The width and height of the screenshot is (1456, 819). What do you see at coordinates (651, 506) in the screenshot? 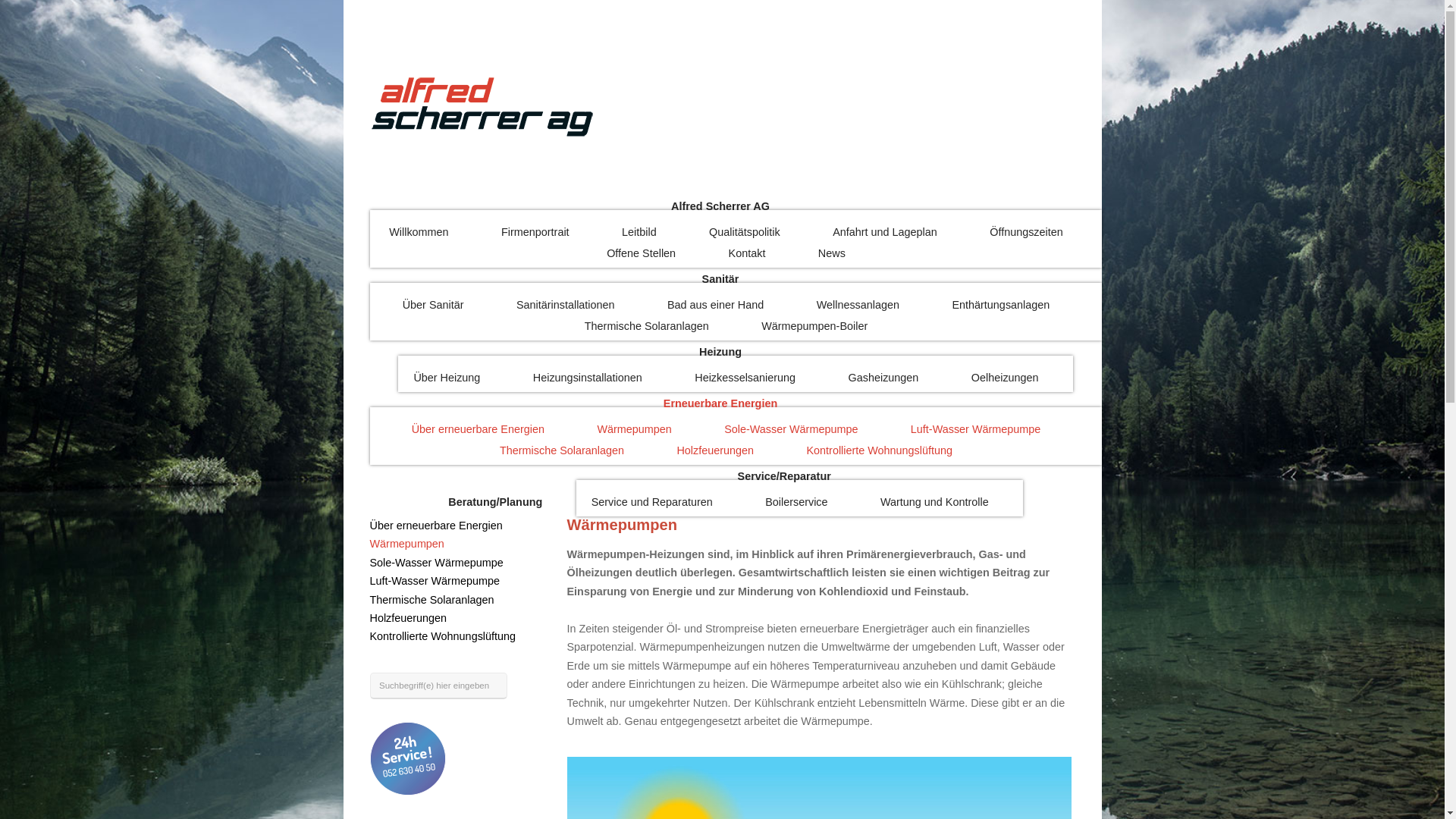
I see `'Service und Reparaturen'` at bounding box center [651, 506].